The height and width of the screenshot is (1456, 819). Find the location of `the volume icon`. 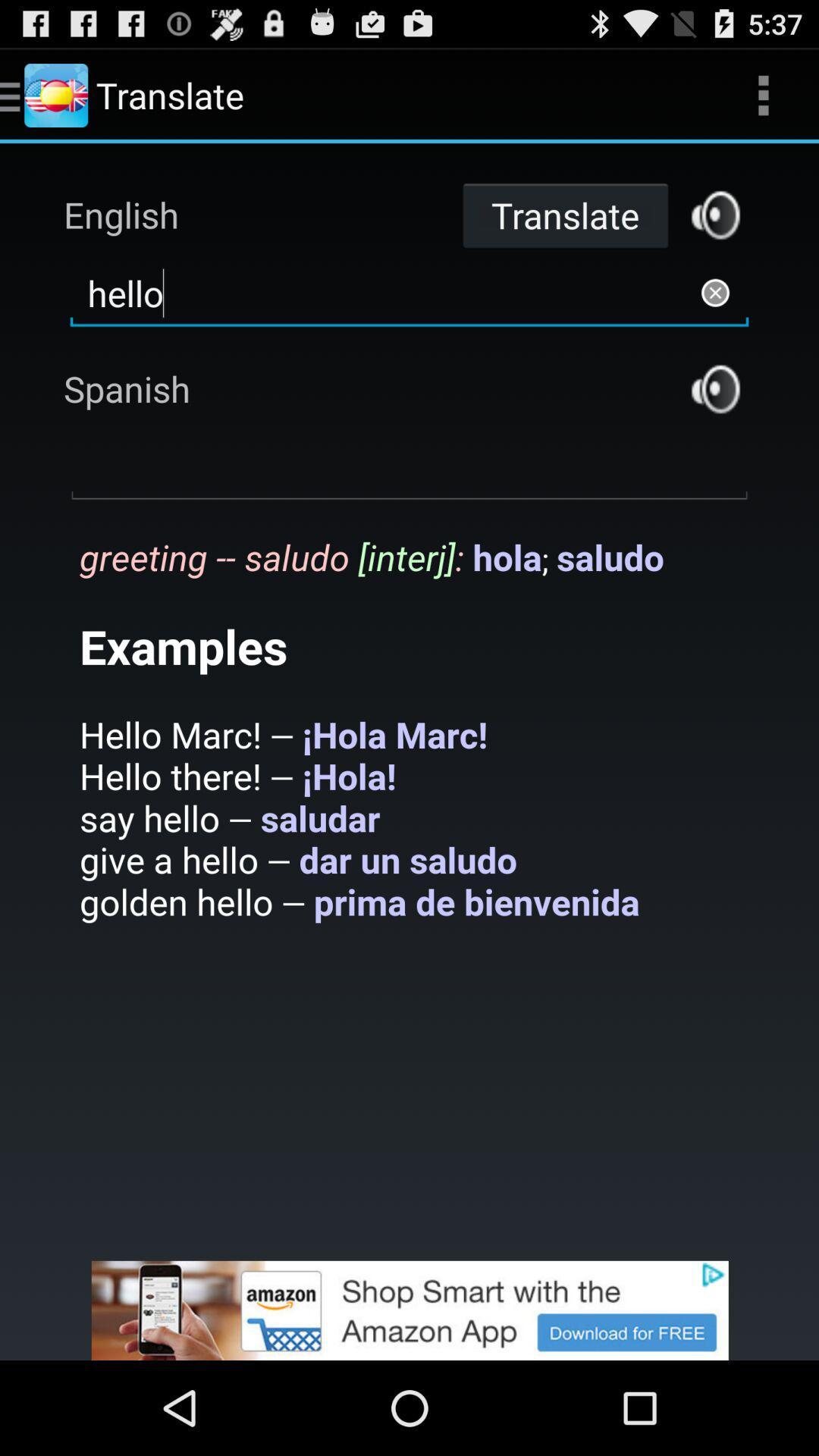

the volume icon is located at coordinates (715, 229).